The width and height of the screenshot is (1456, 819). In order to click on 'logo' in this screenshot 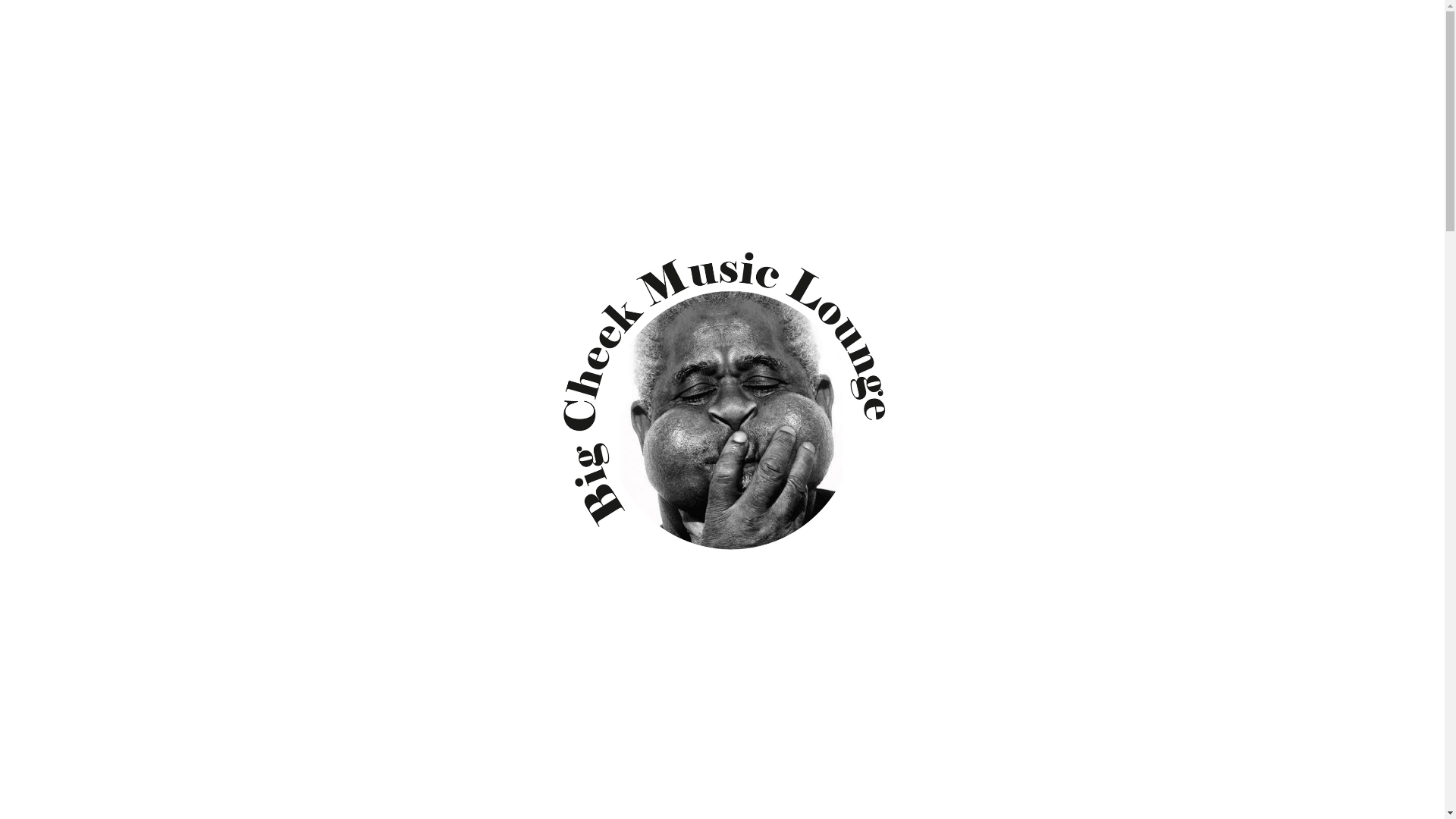, I will do `click(720, 413)`.